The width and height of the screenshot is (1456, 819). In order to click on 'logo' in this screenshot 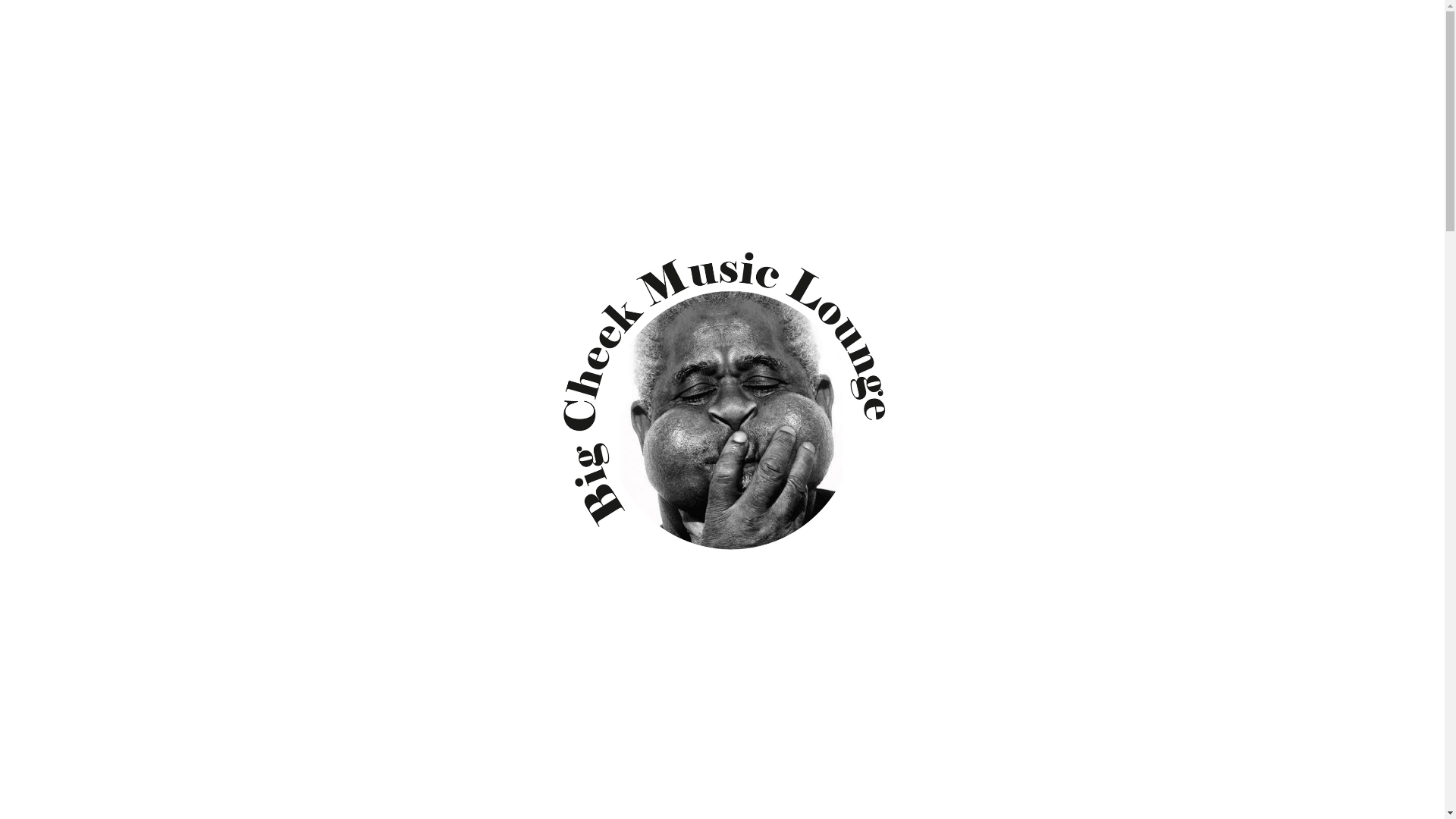, I will do `click(720, 413)`.